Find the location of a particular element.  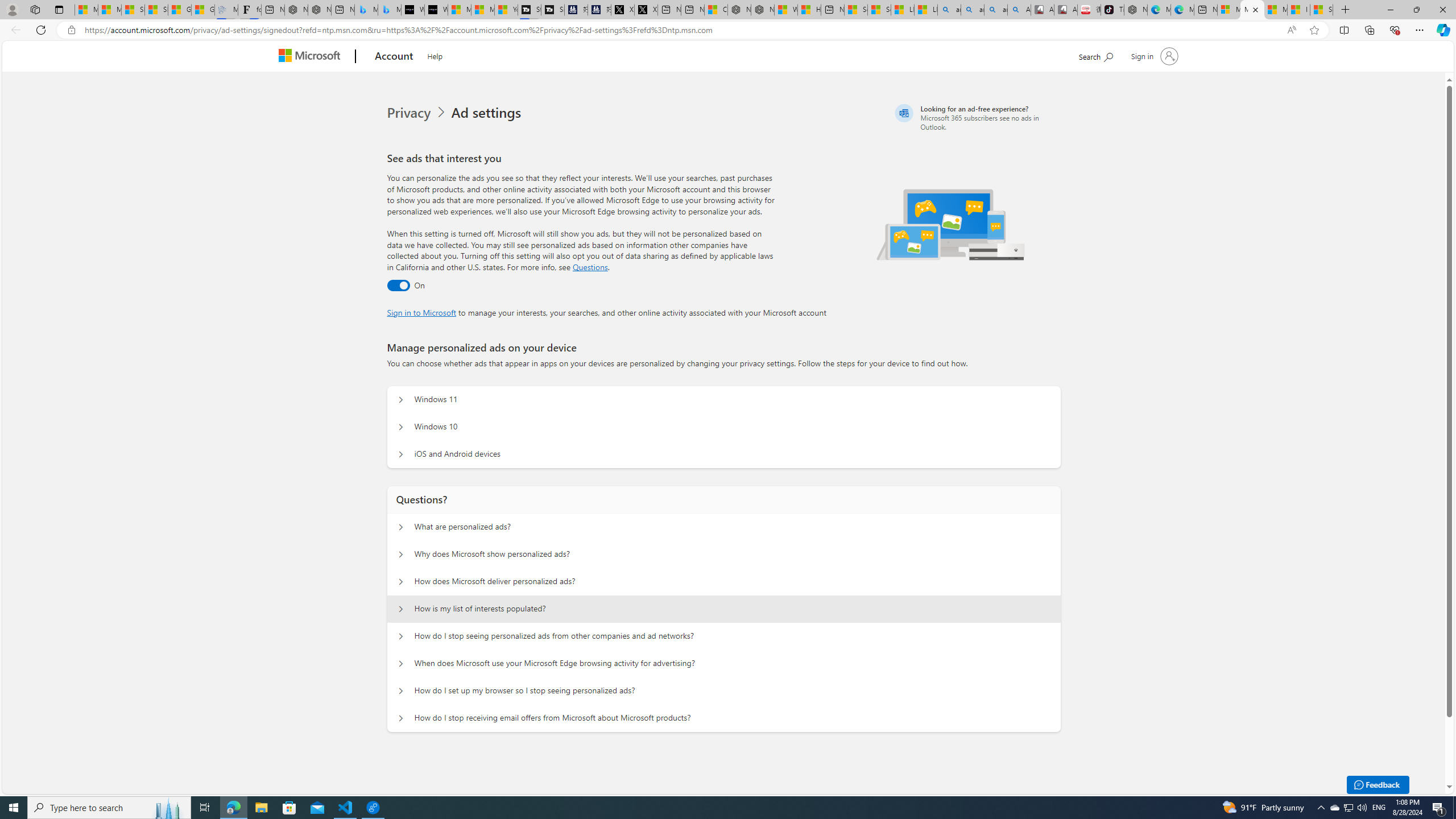

'Microsoft account | Privacy' is located at coordinates (1252, 9).